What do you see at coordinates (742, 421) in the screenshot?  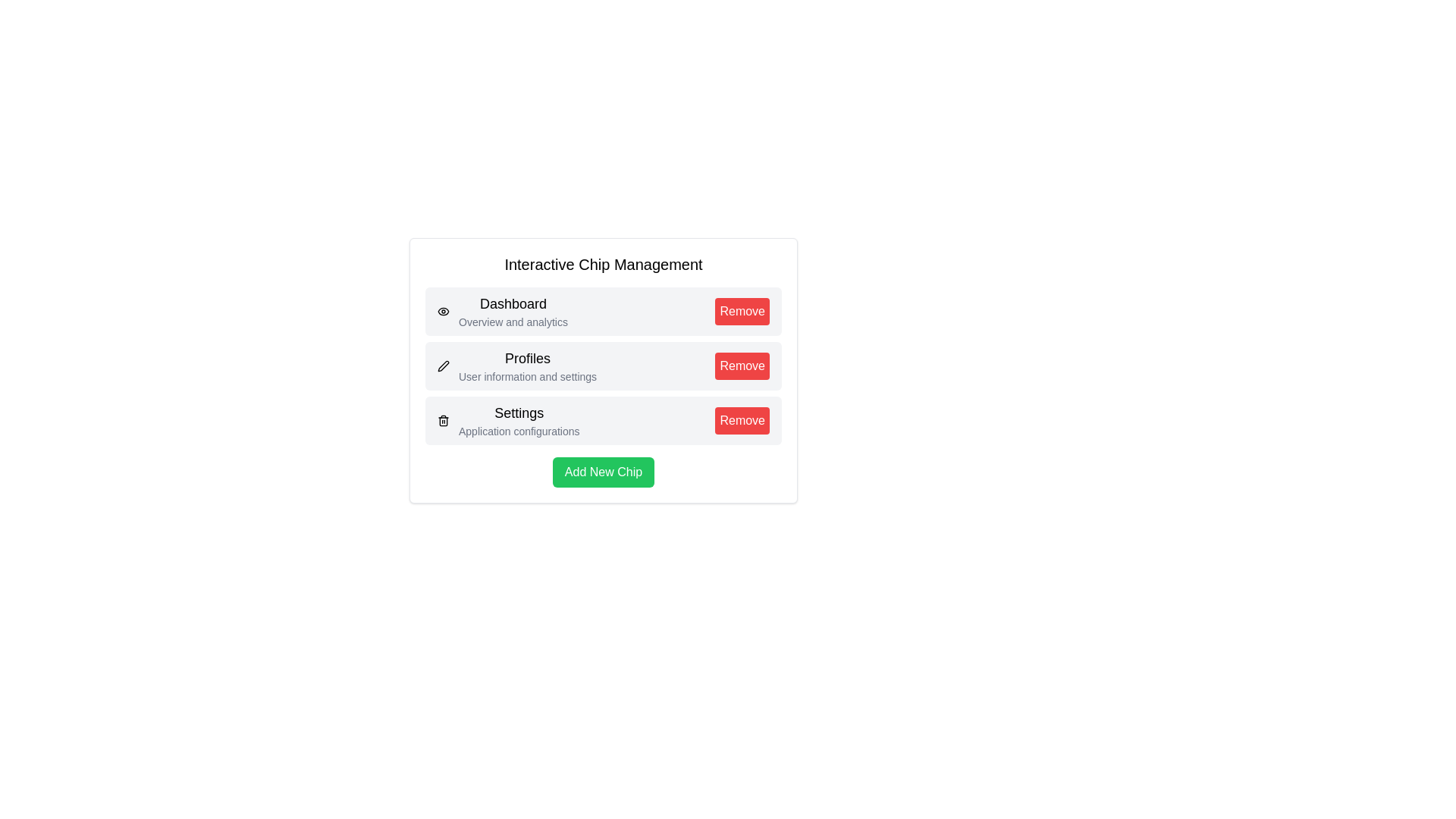 I see `'Remove' button for the chip with title Settings` at bounding box center [742, 421].